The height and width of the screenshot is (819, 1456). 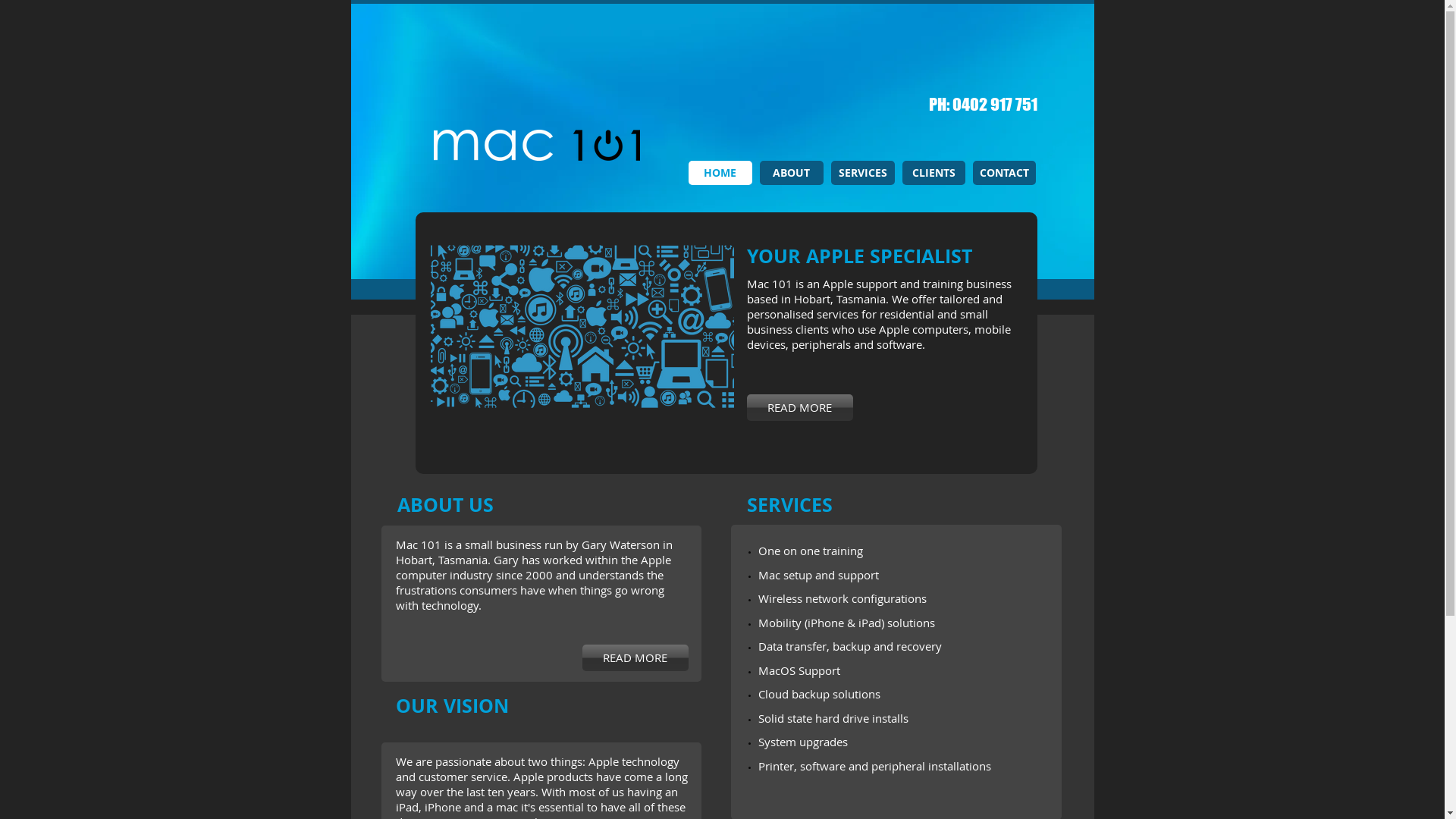 What do you see at coordinates (334, 145) in the screenshot?
I see `'Mac 101'` at bounding box center [334, 145].